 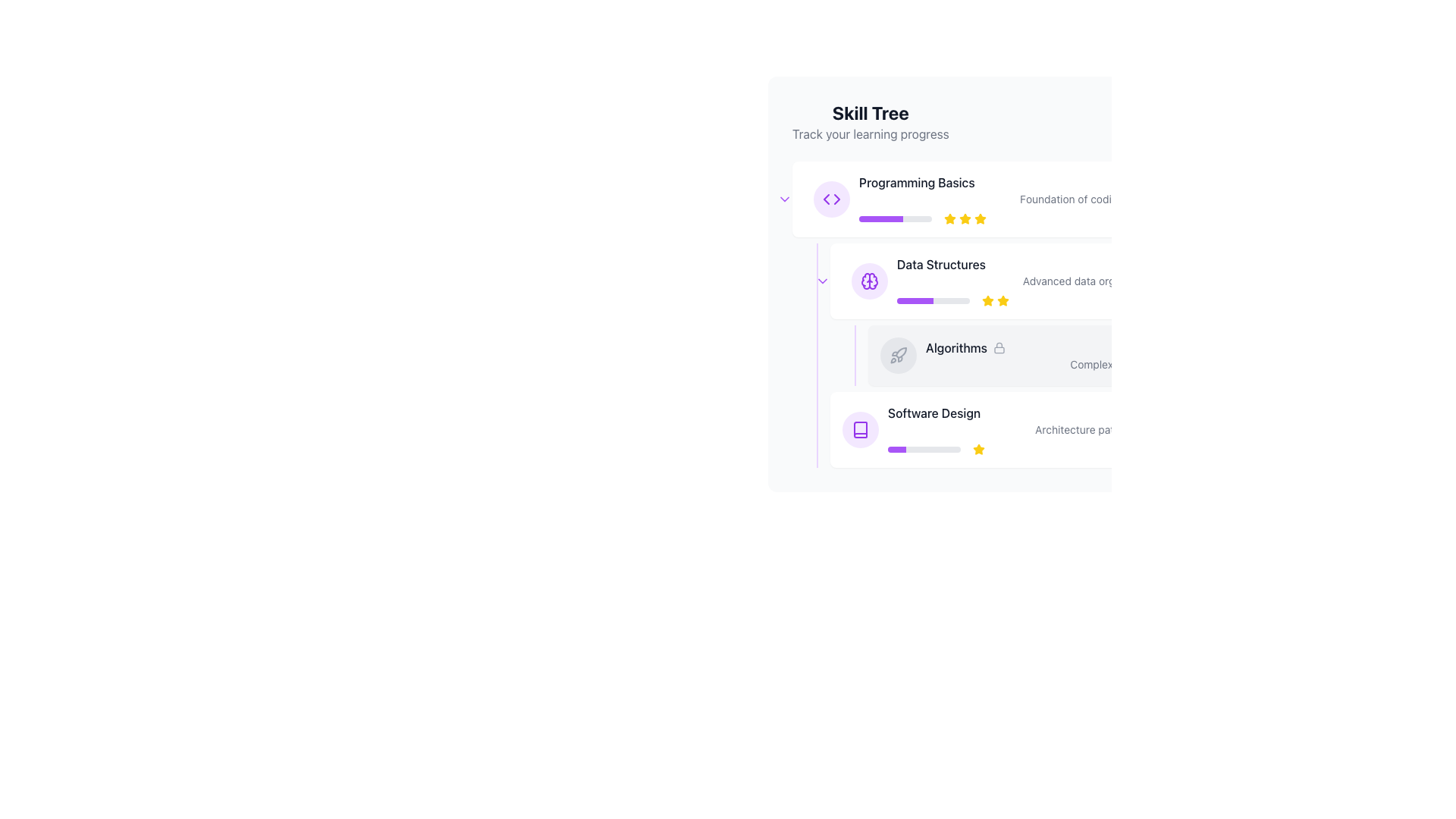 What do you see at coordinates (1071, 198) in the screenshot?
I see `the text label that reads 'Foundation of coding', which is displayed in a smaller, gray font below the bold title 'Programming Basics' in the skill tree list` at bounding box center [1071, 198].